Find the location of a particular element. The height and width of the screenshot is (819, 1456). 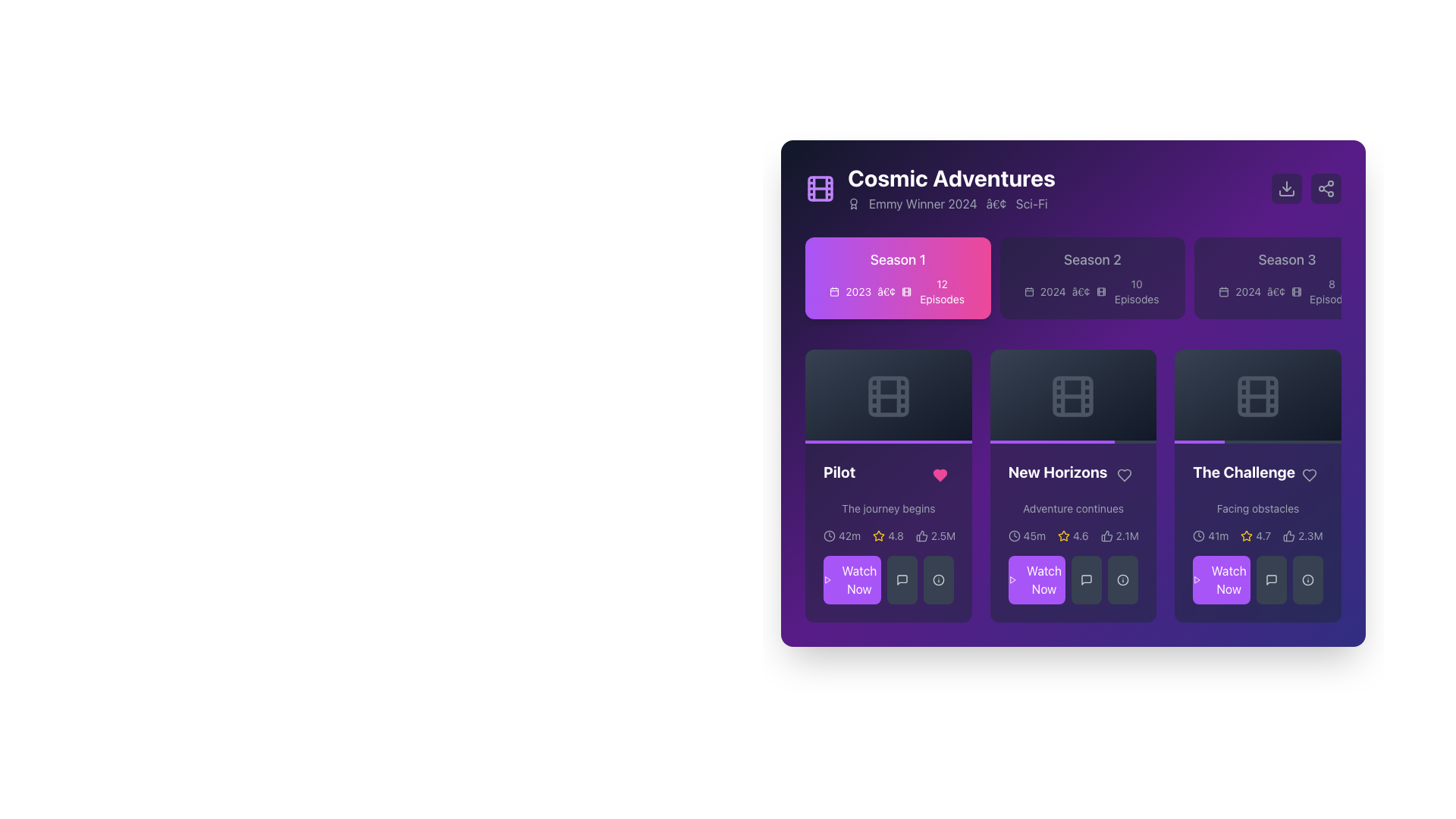

the icon-text combination displaying '2.3M' next to the thumbs-up icon in the bottom right corner of 'The Challenge' card is located at coordinates (1302, 535).